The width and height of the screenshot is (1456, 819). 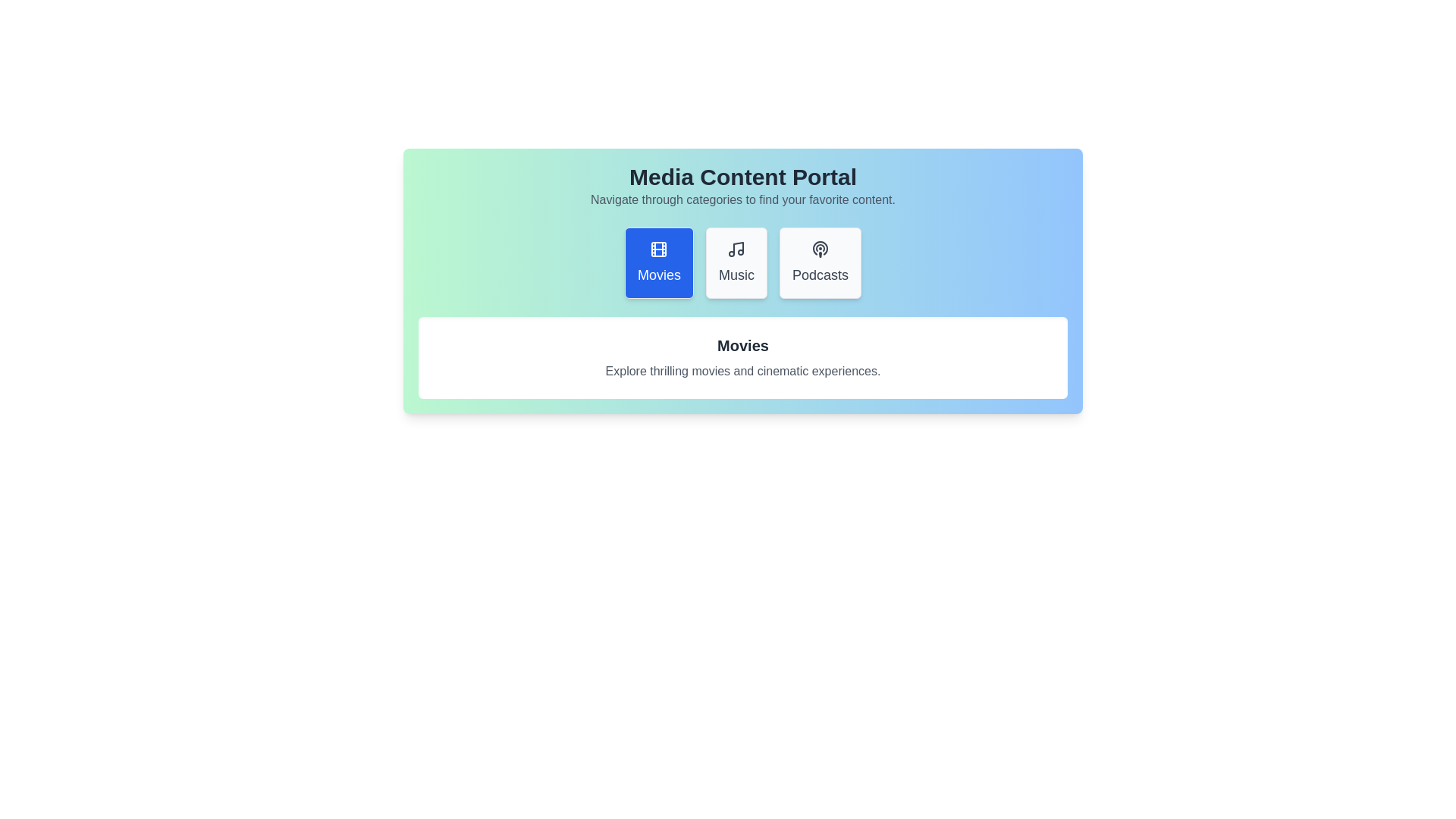 What do you see at coordinates (736, 262) in the screenshot?
I see `the button labeled Music` at bounding box center [736, 262].